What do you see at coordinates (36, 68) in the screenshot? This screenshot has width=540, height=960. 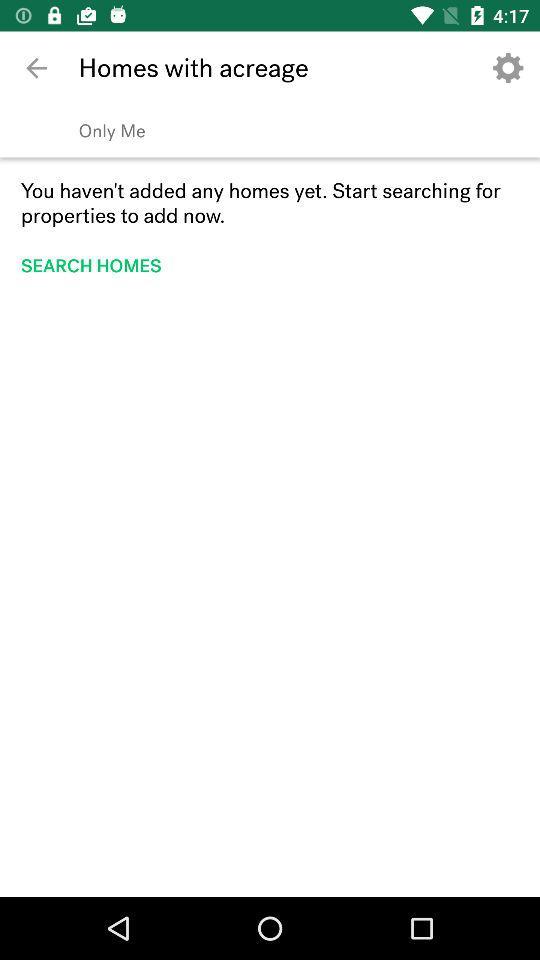 I see `app next to the homes with acreage app` at bounding box center [36, 68].